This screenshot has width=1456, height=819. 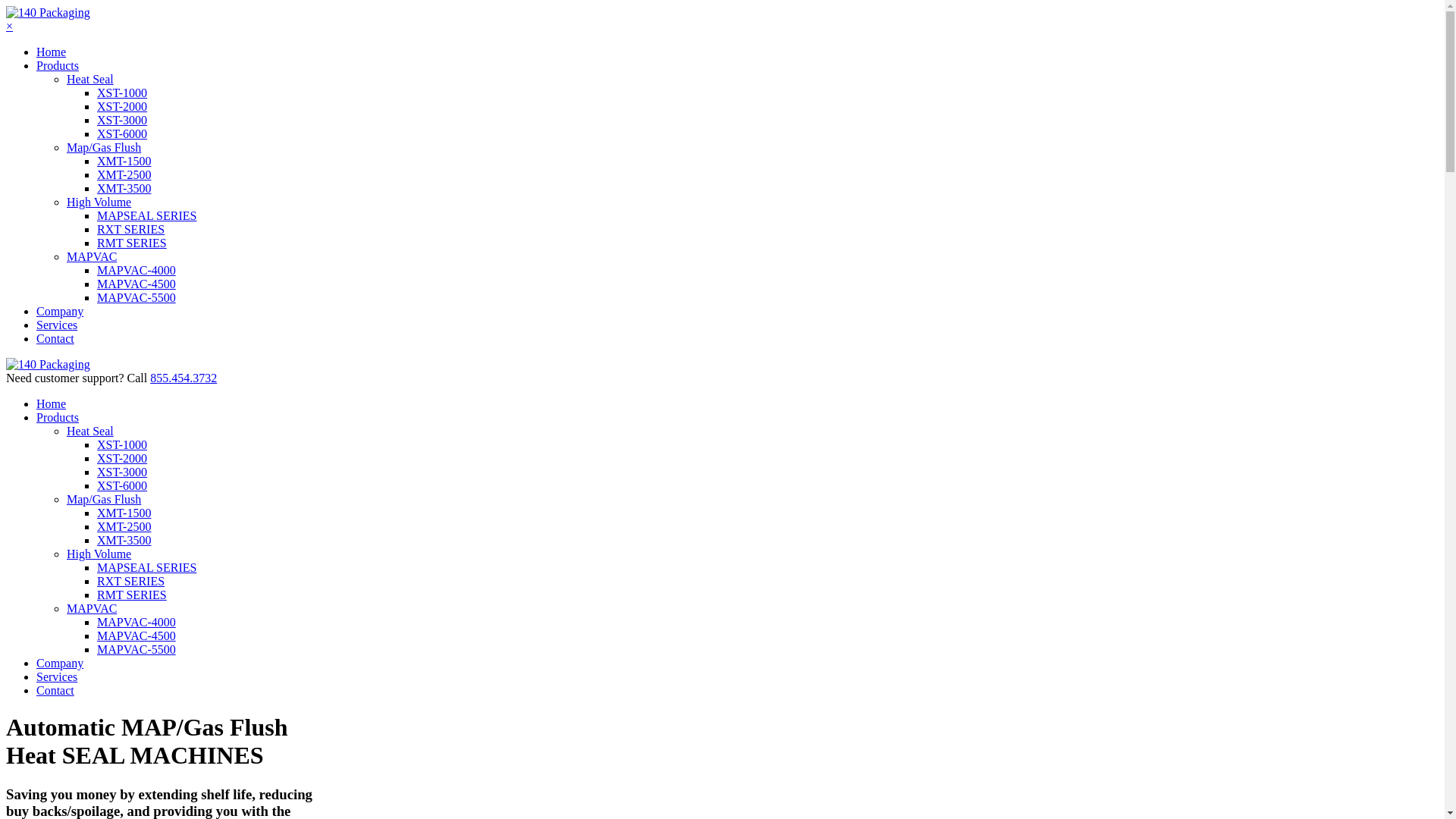 I want to click on 'XST-1000', so click(x=122, y=93).